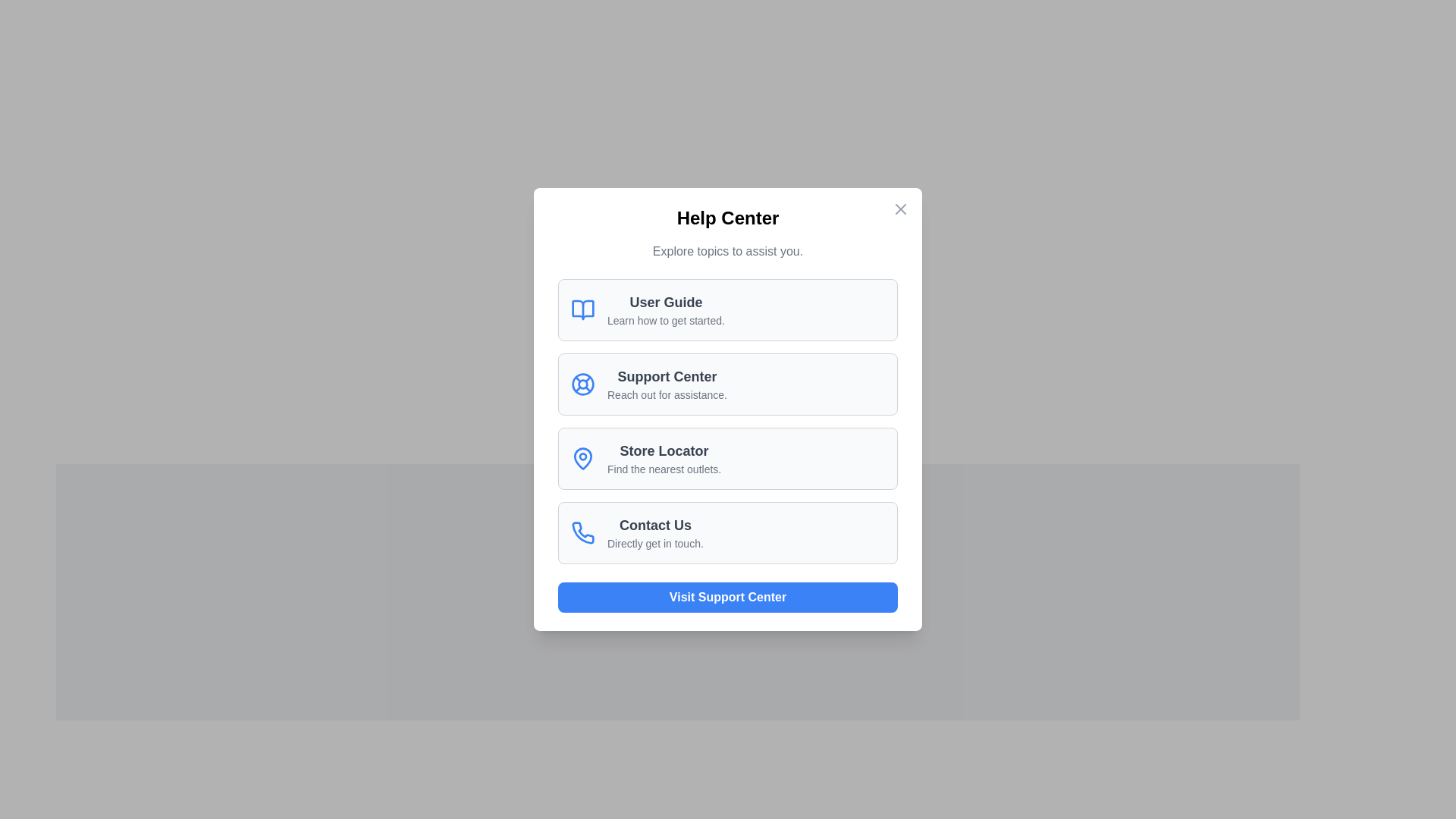 Image resolution: width=1456 pixels, height=819 pixels. What do you see at coordinates (664, 468) in the screenshot?
I see `the text label providing additional information about the 'Store Locator' feature, located centrally below the title in the modal dialog` at bounding box center [664, 468].